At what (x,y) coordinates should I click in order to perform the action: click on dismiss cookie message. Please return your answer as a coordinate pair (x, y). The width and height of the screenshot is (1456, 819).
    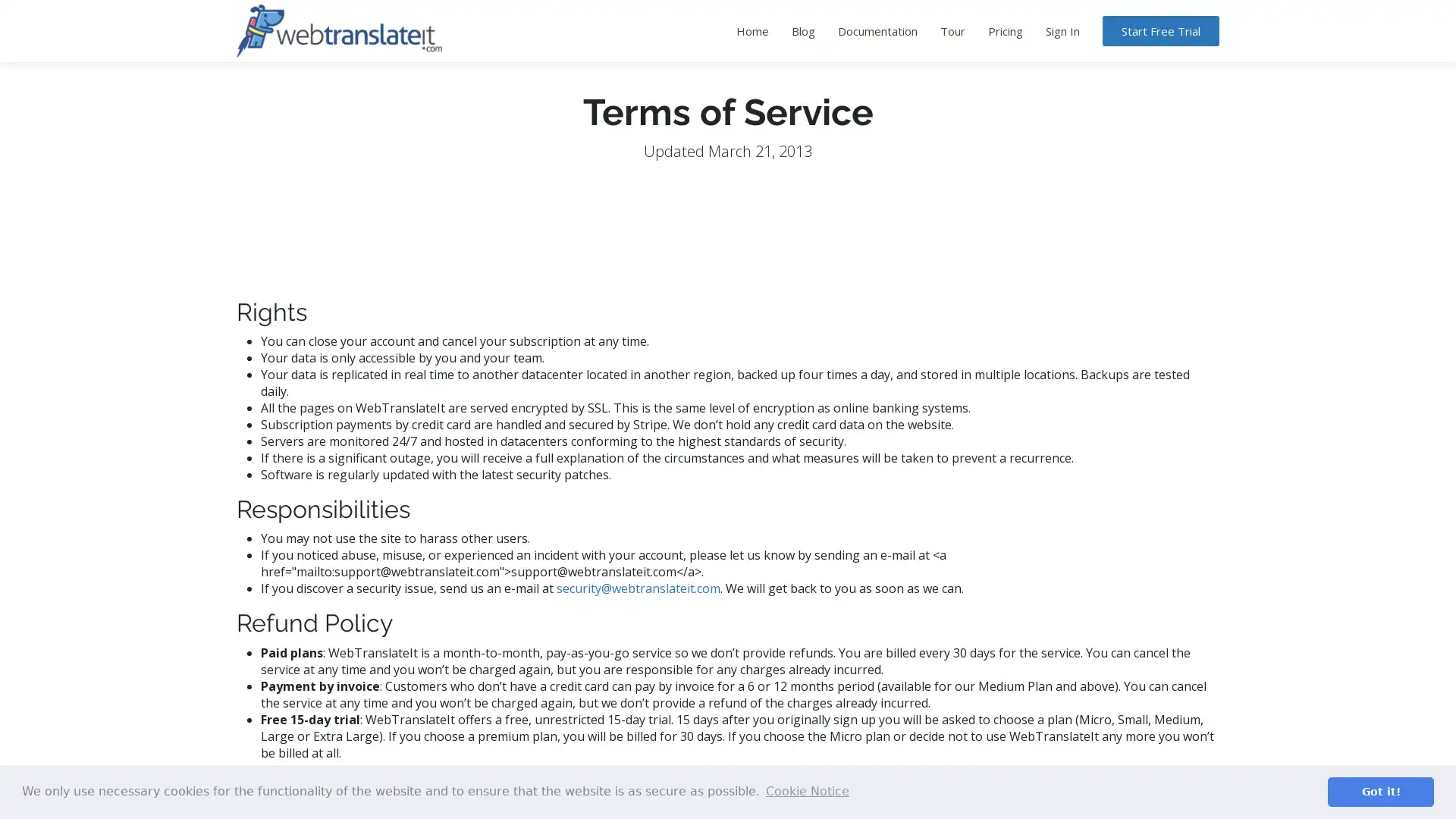
    Looking at the image, I should click on (1380, 791).